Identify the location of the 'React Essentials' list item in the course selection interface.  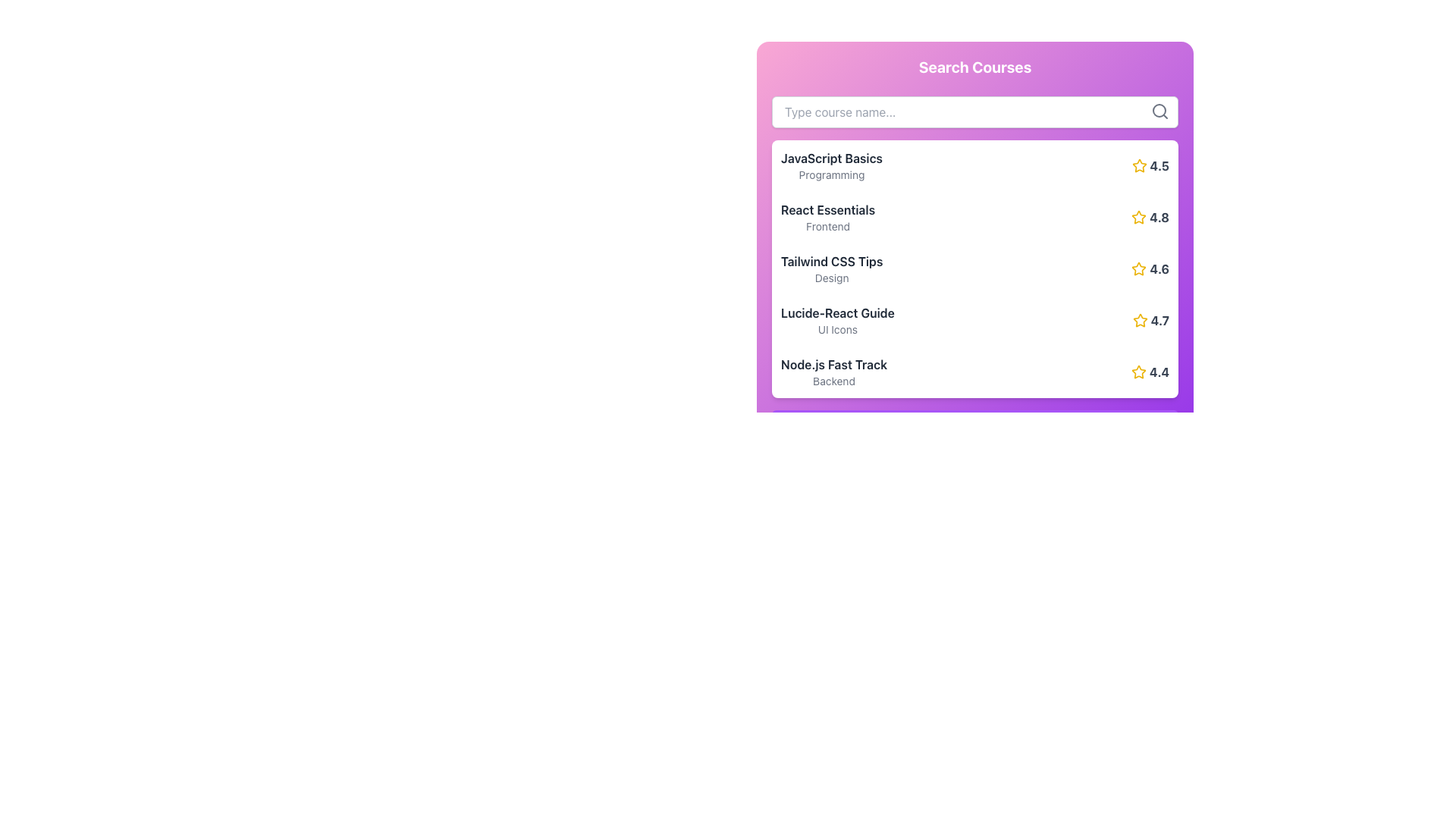
(975, 217).